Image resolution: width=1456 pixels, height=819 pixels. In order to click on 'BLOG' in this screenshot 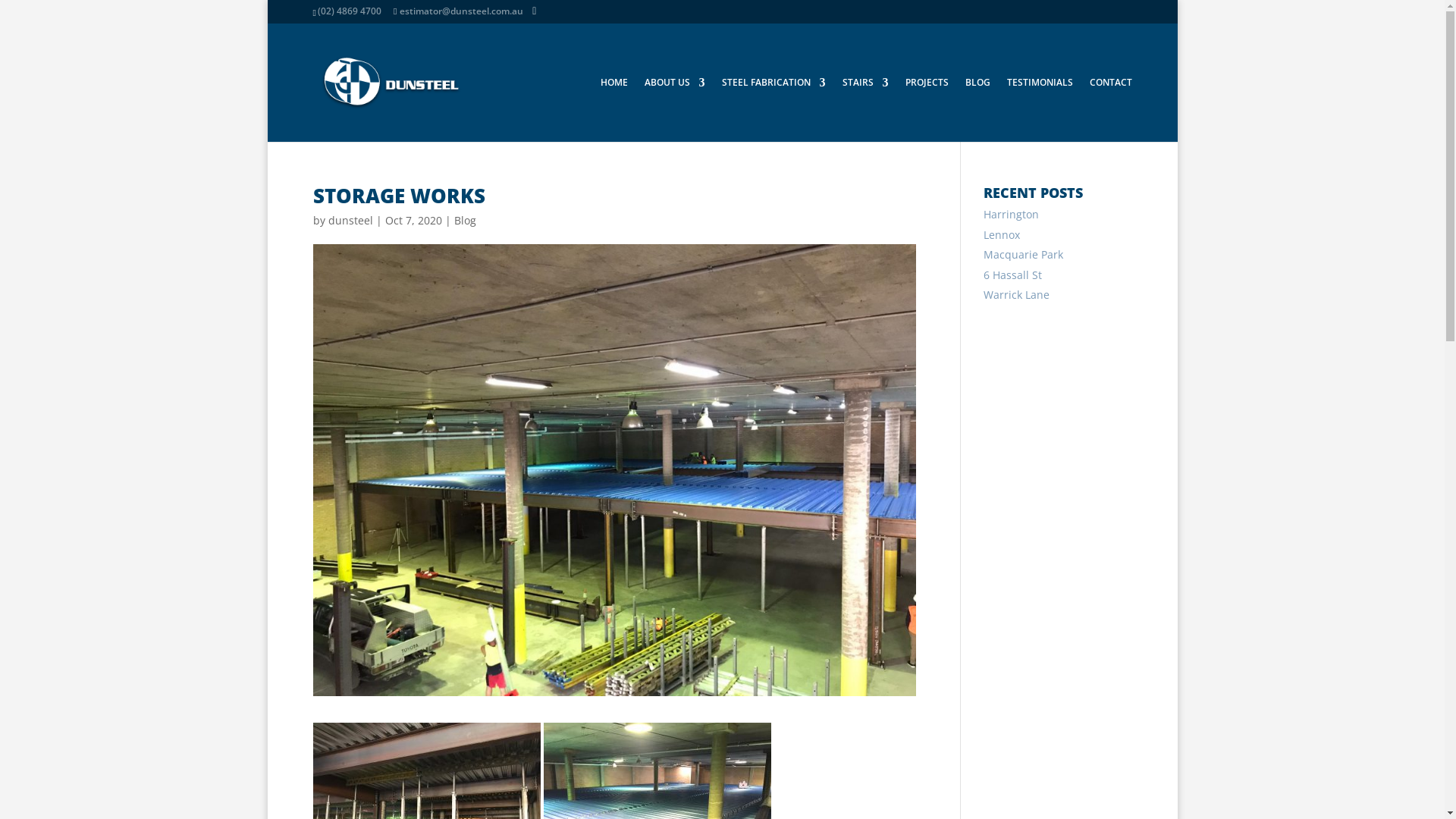, I will do `click(977, 108)`.